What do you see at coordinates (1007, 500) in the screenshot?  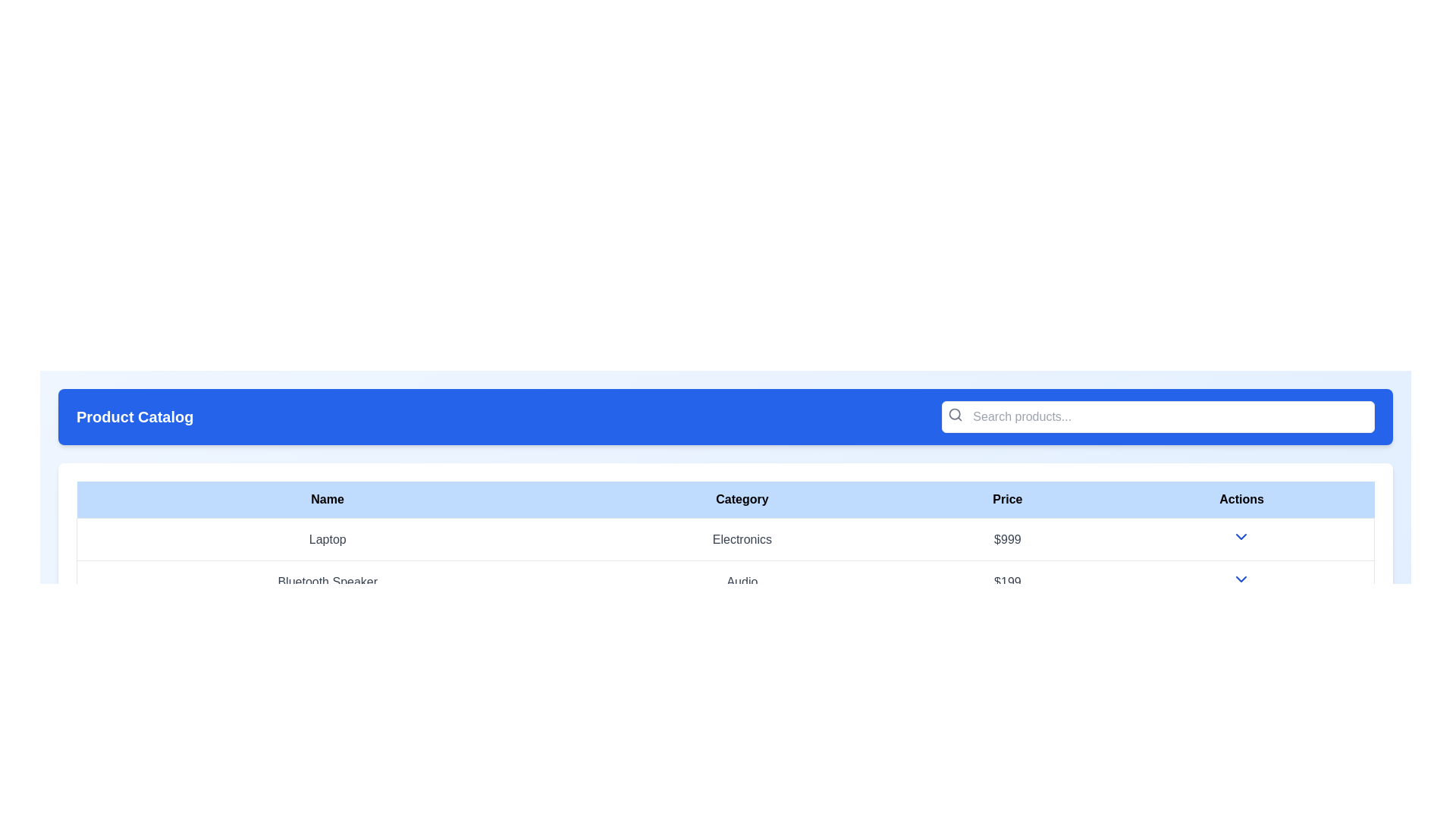 I see `the static text label with the bold text 'Price' that is positioned between 'Category' and 'Actions'` at bounding box center [1007, 500].